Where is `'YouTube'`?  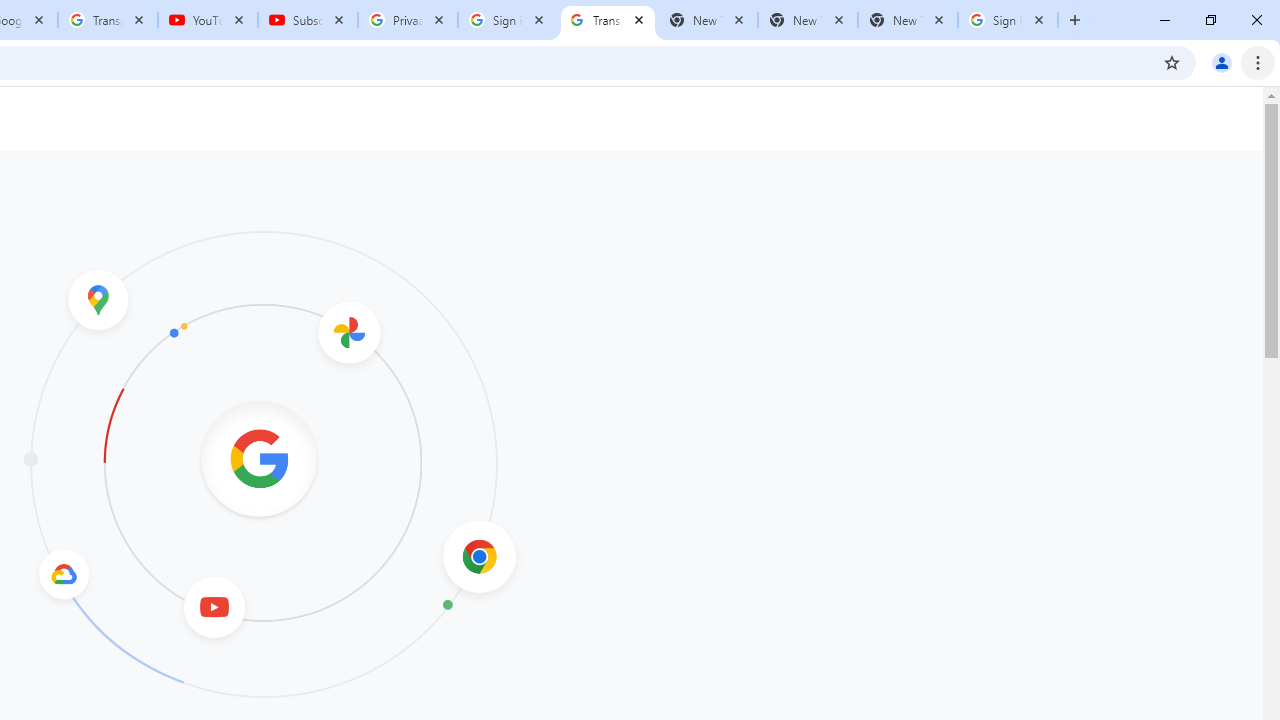 'YouTube' is located at coordinates (208, 20).